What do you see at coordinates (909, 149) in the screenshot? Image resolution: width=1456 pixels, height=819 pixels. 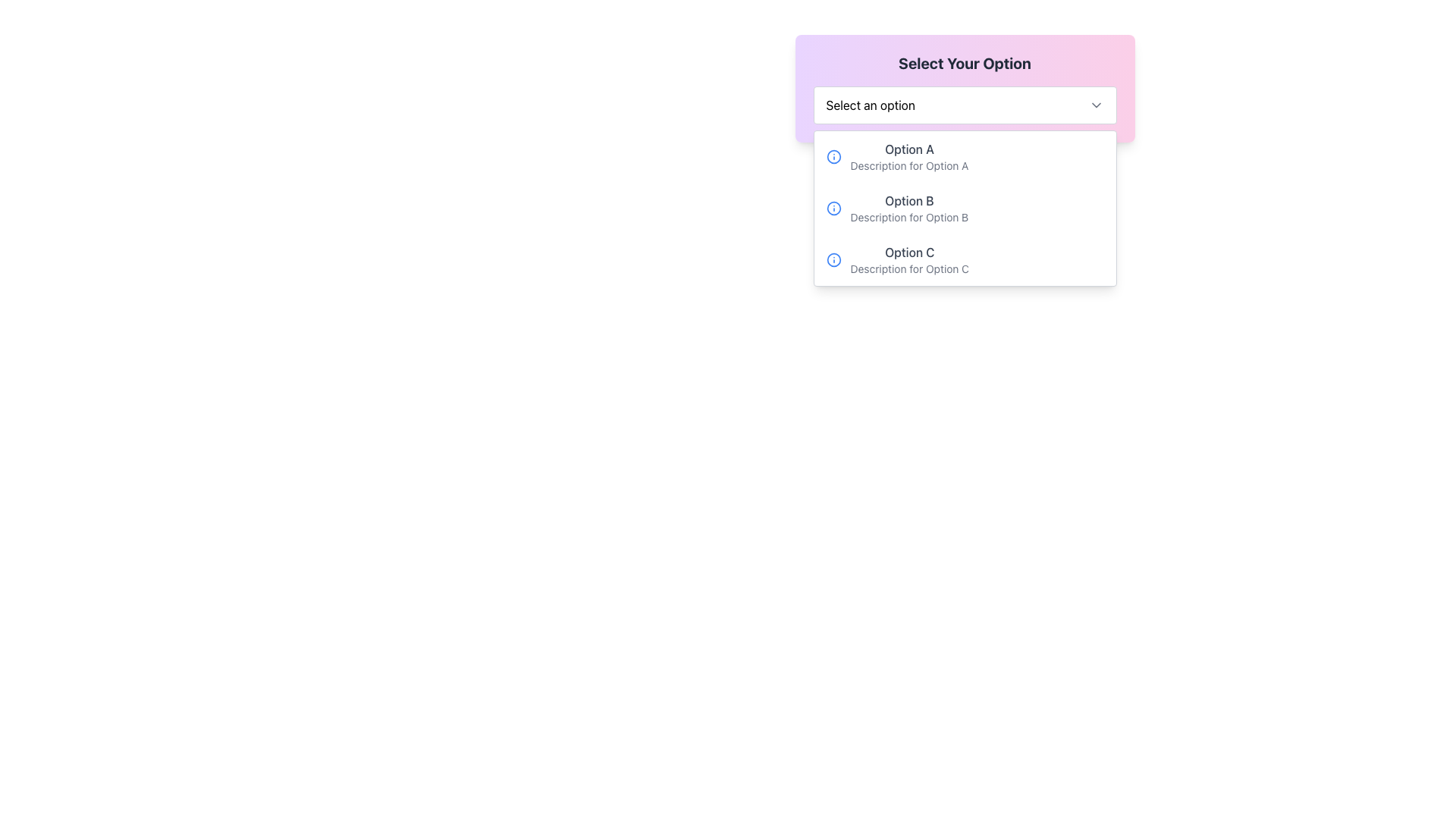 I see `the text label 'Option A' which serves as the title of an option within a dropdown-like list` at bounding box center [909, 149].